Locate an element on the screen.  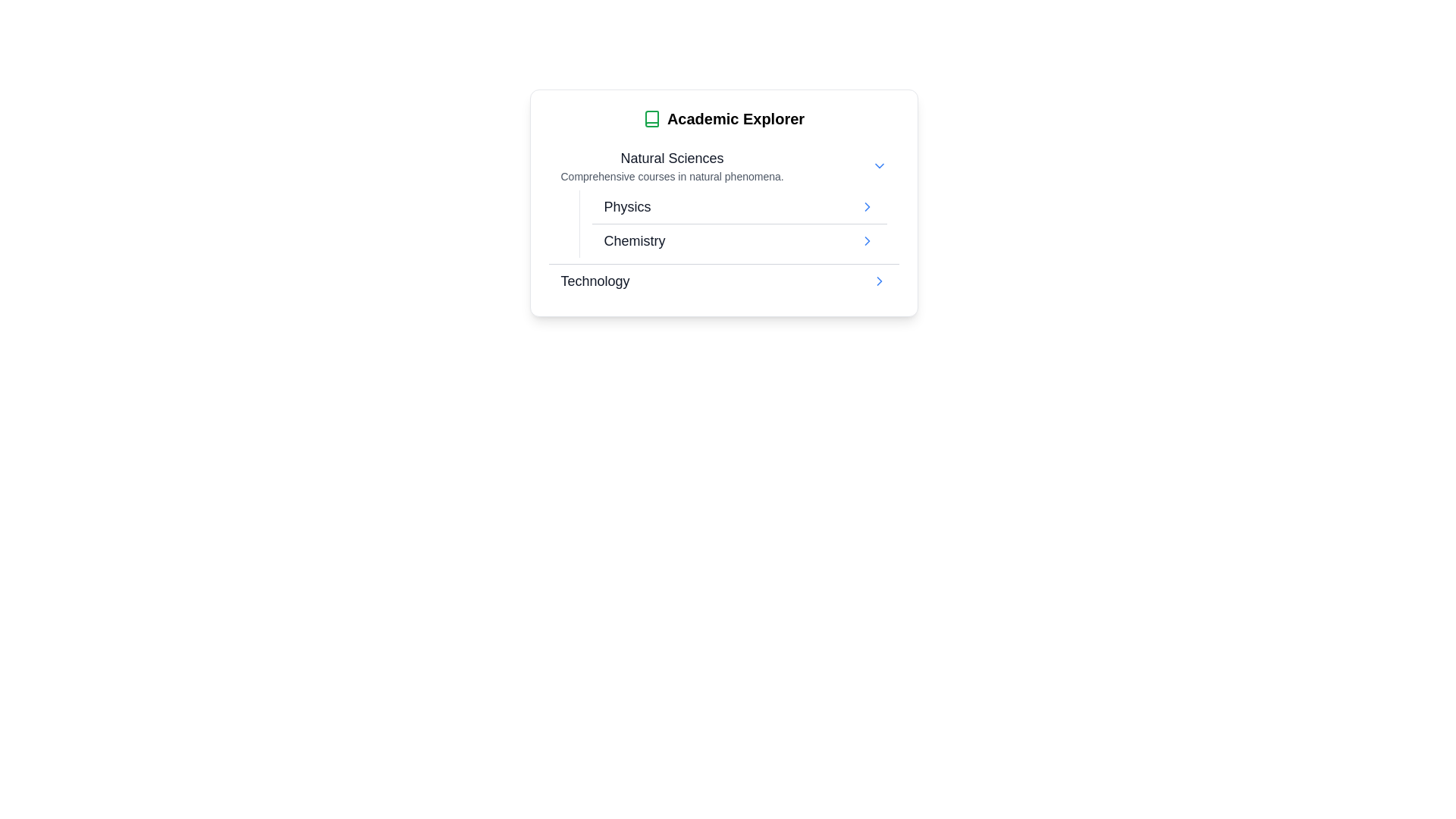
the 'Technology' text label is located at coordinates (595, 281).